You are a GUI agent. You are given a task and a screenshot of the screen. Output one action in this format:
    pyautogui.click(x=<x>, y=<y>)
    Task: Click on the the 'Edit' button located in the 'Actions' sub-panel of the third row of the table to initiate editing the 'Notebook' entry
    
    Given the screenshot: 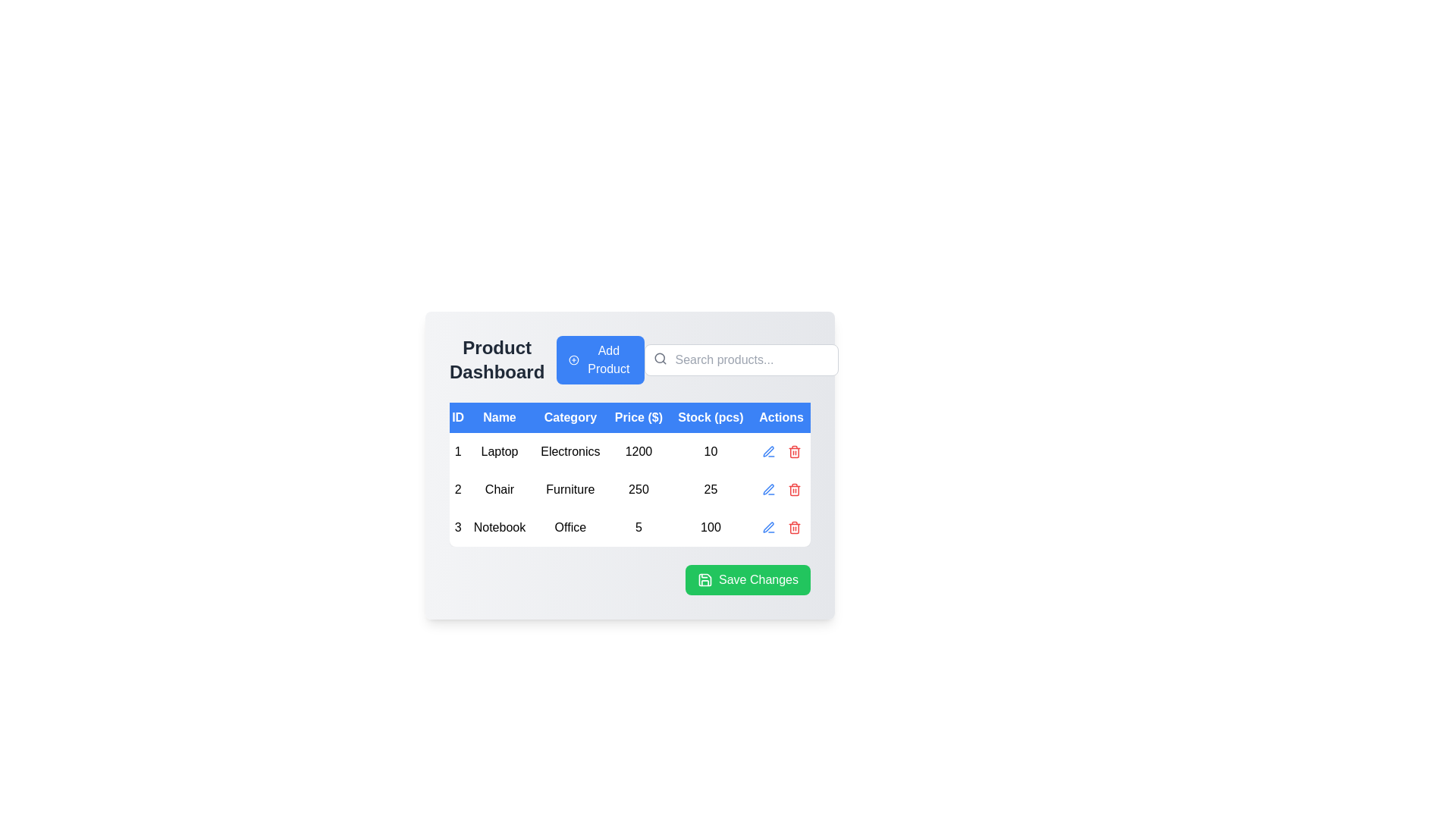 What is the action you would take?
    pyautogui.click(x=768, y=526)
    